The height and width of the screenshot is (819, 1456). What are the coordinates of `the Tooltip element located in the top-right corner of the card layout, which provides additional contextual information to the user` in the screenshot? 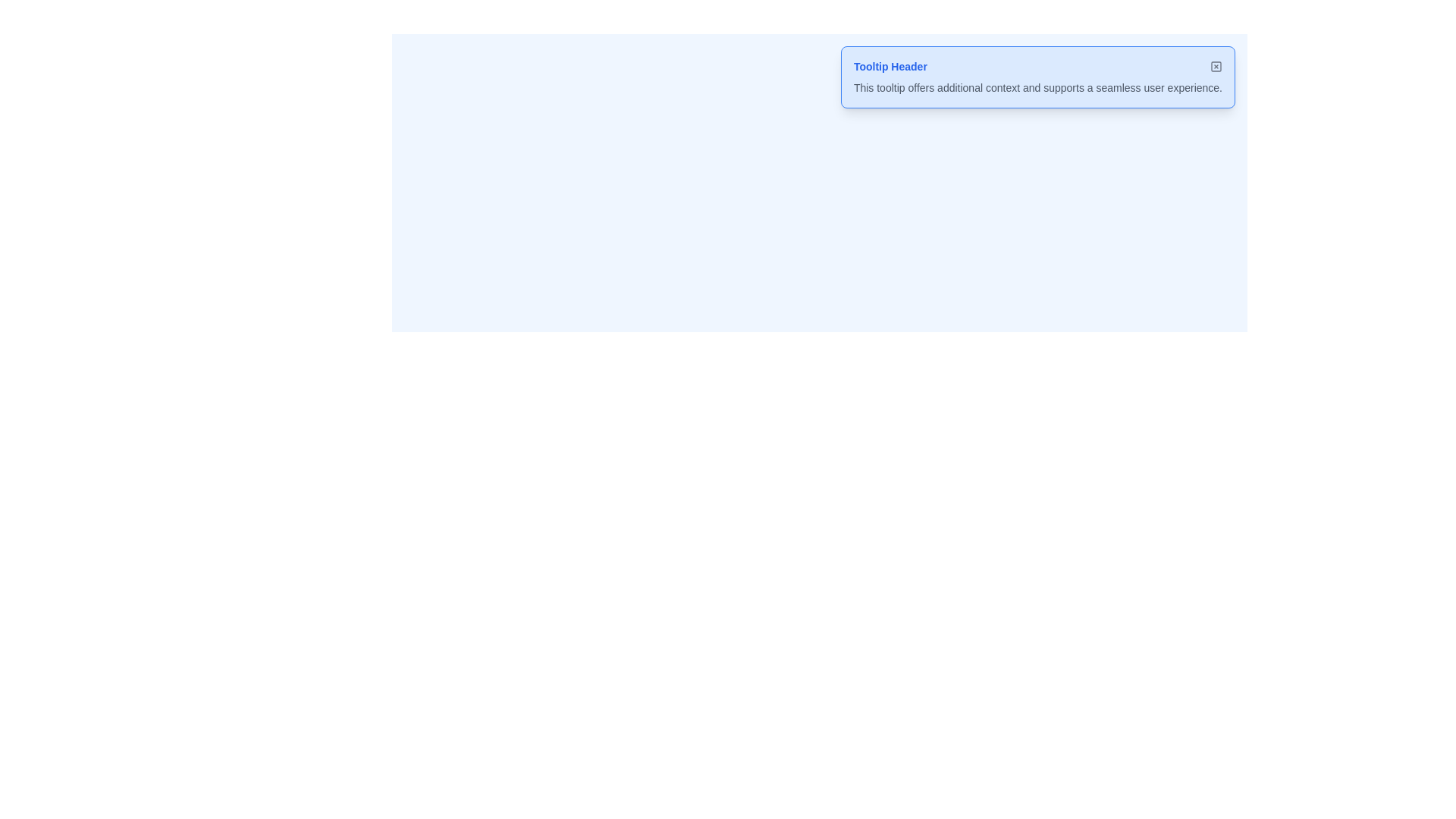 It's located at (1037, 77).